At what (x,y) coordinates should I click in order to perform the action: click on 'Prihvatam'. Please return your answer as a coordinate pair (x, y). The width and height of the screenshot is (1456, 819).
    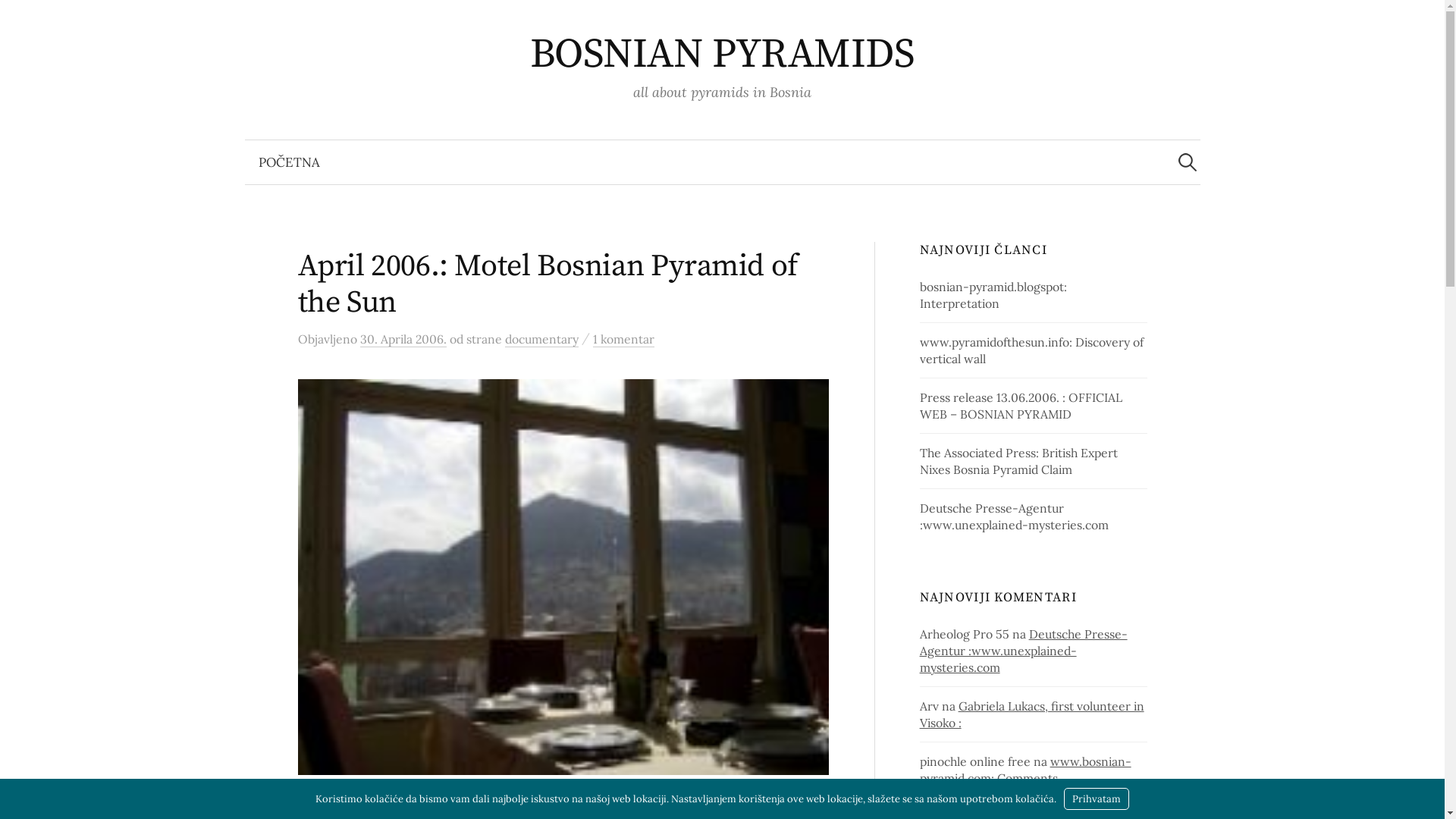
    Looking at the image, I should click on (1096, 798).